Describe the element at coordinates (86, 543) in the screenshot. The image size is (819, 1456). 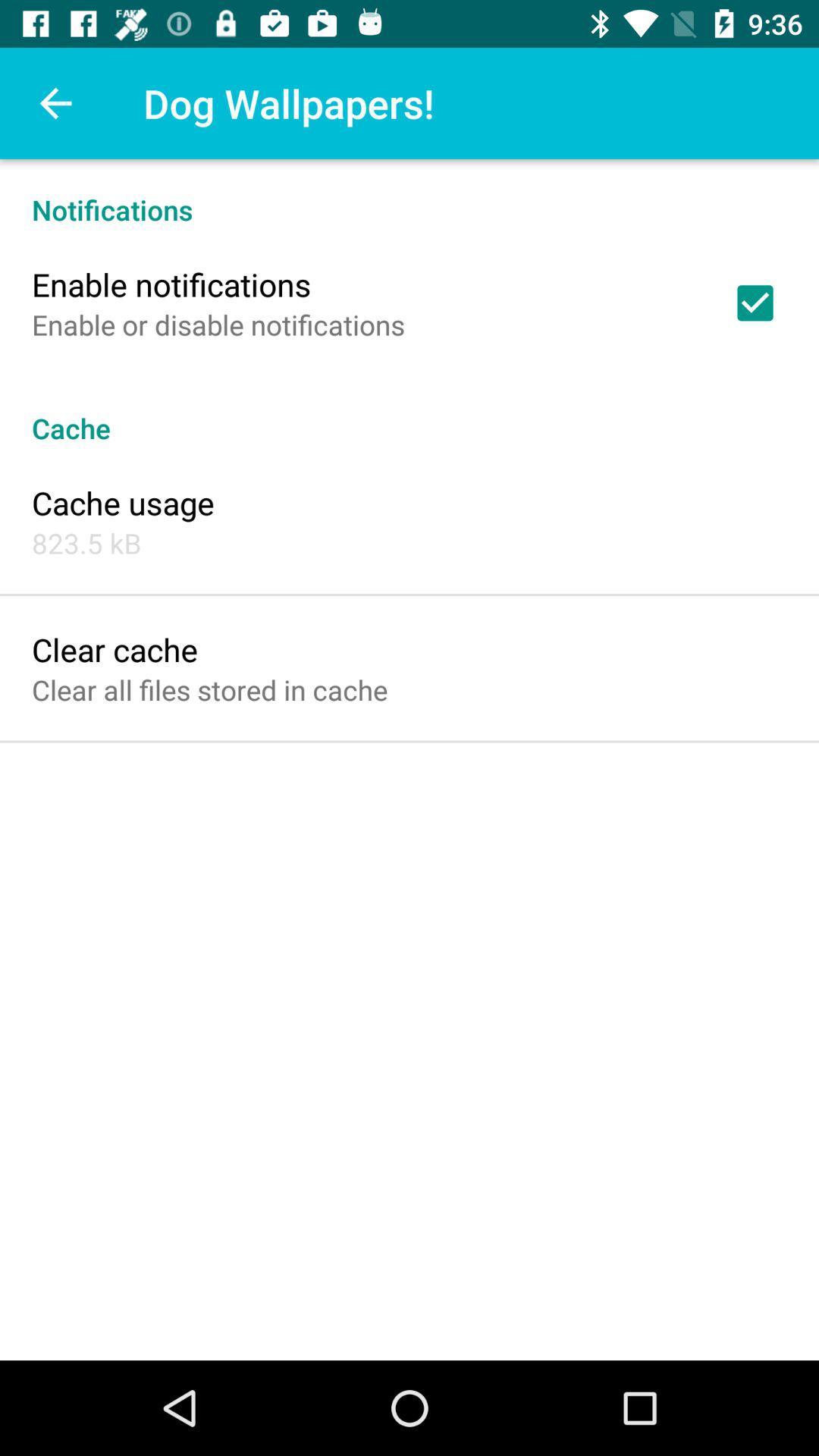
I see `823.5 kb` at that location.